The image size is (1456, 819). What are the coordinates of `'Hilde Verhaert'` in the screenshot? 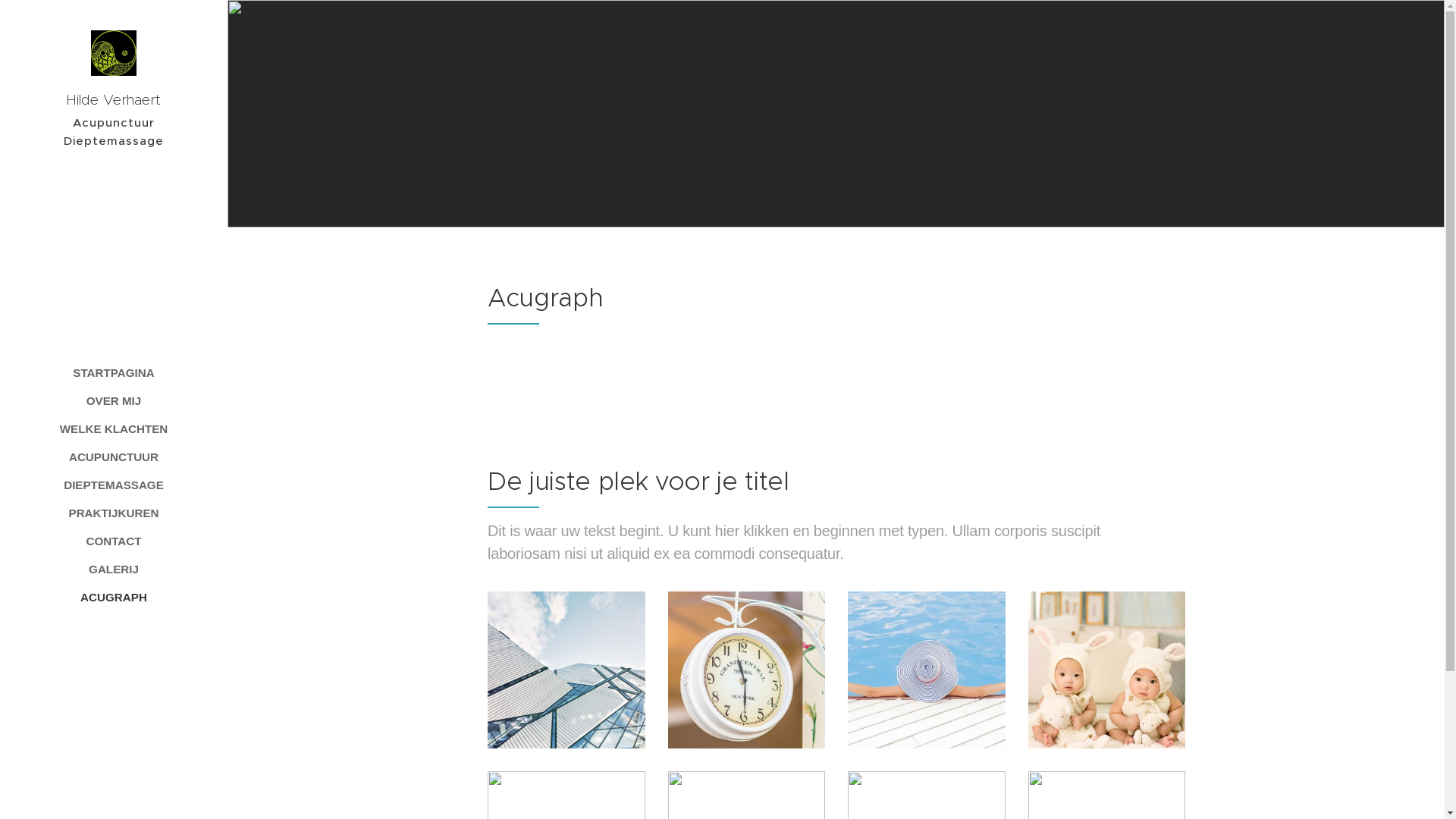 It's located at (112, 72).